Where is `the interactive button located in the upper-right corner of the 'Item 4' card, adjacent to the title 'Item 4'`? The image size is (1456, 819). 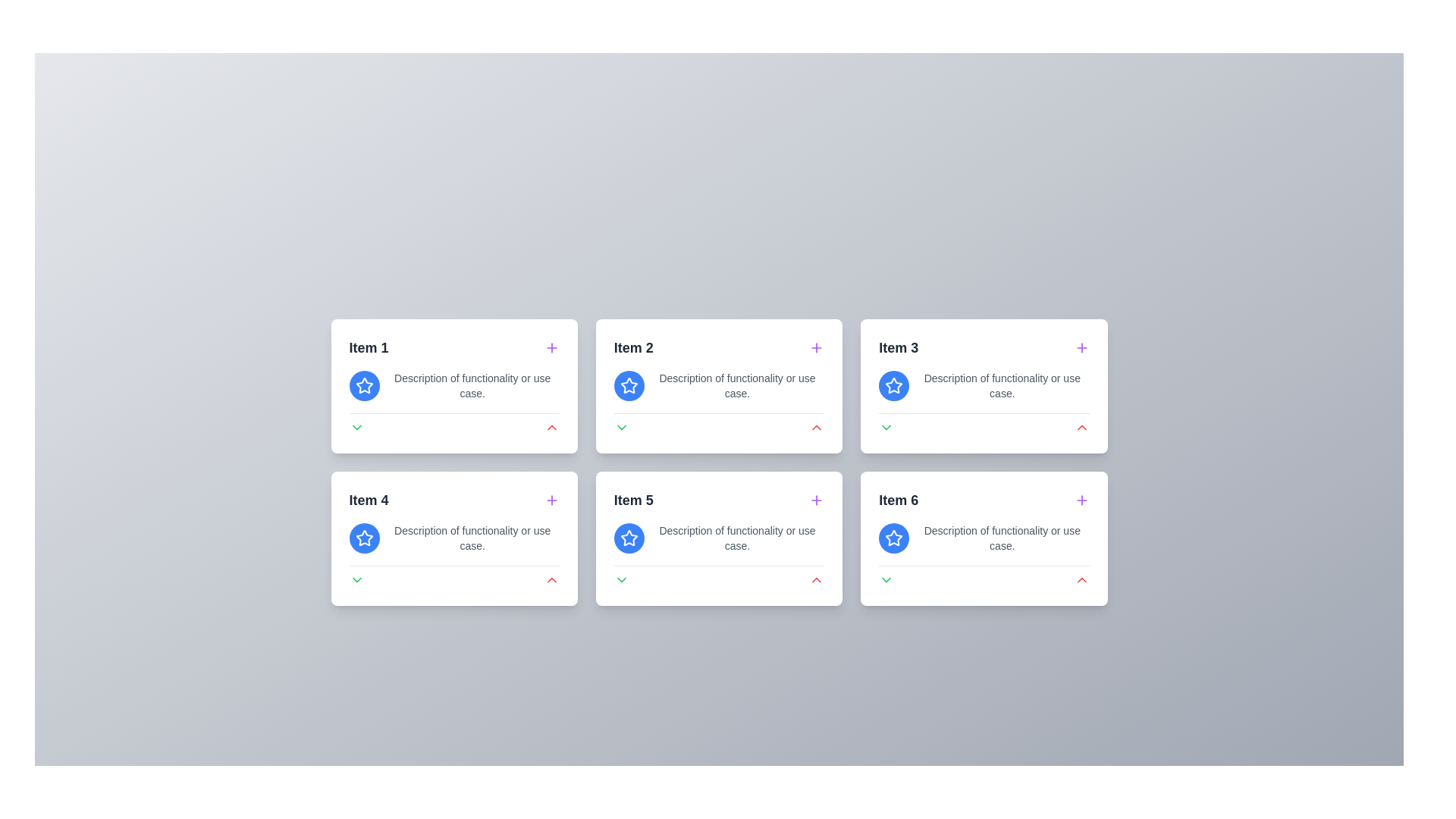 the interactive button located in the upper-right corner of the 'Item 4' card, adjacent to the title 'Item 4' is located at coordinates (551, 500).